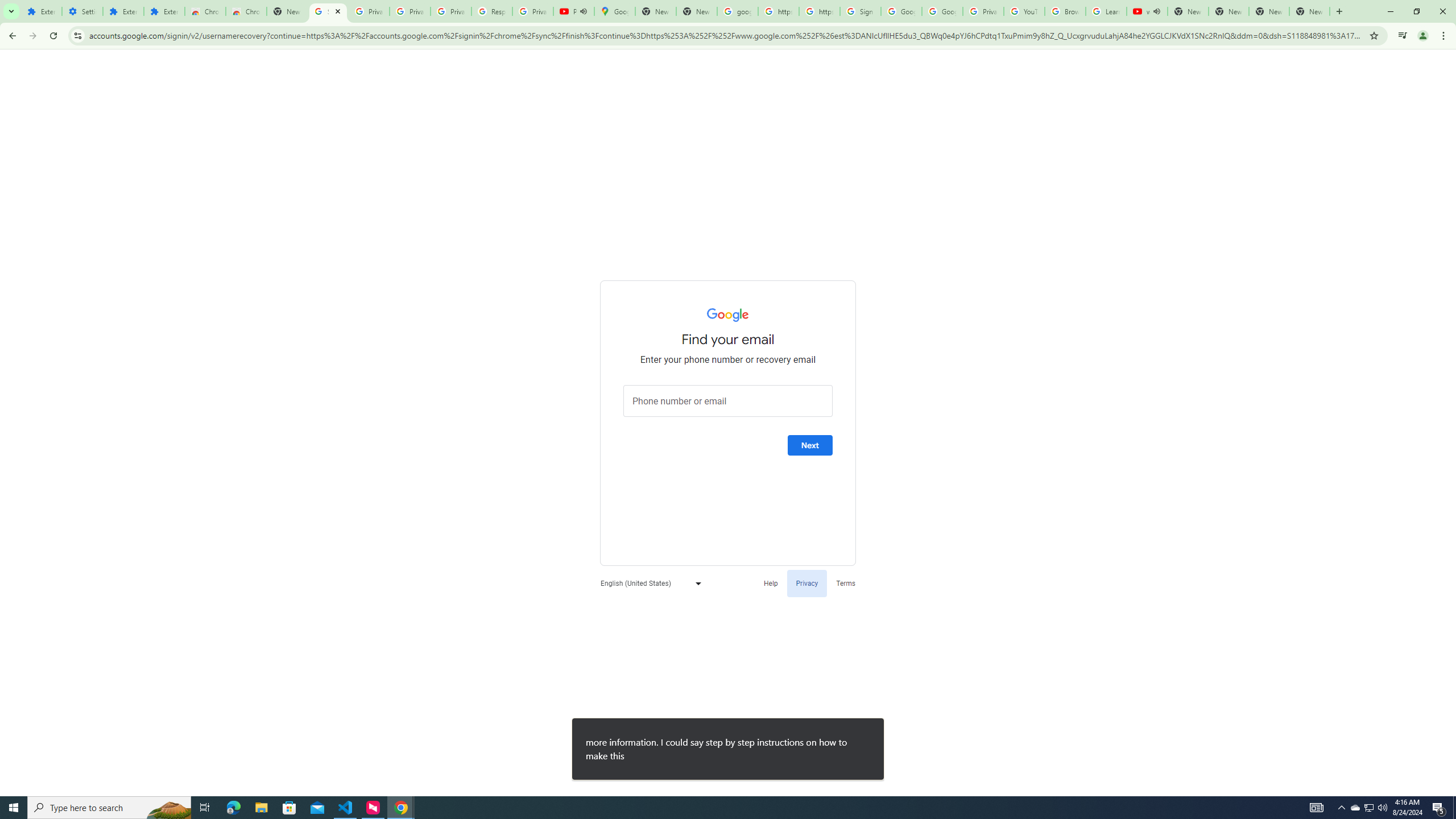 The width and height of the screenshot is (1456, 819). I want to click on 'Chrome Web Store - Themes', so click(246, 11).